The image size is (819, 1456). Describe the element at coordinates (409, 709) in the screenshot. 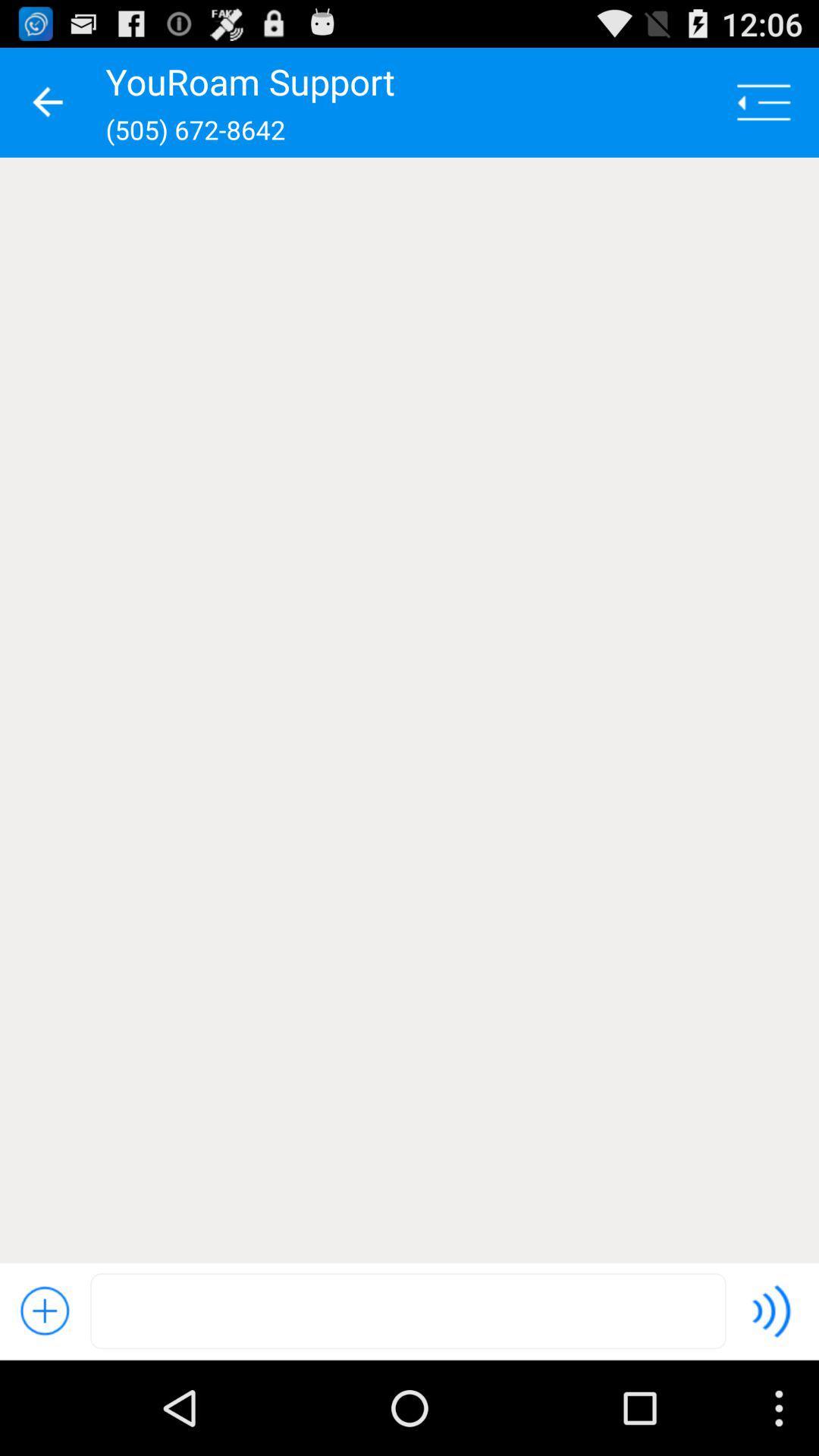

I see `icon below (505) 672-8642 item` at that location.